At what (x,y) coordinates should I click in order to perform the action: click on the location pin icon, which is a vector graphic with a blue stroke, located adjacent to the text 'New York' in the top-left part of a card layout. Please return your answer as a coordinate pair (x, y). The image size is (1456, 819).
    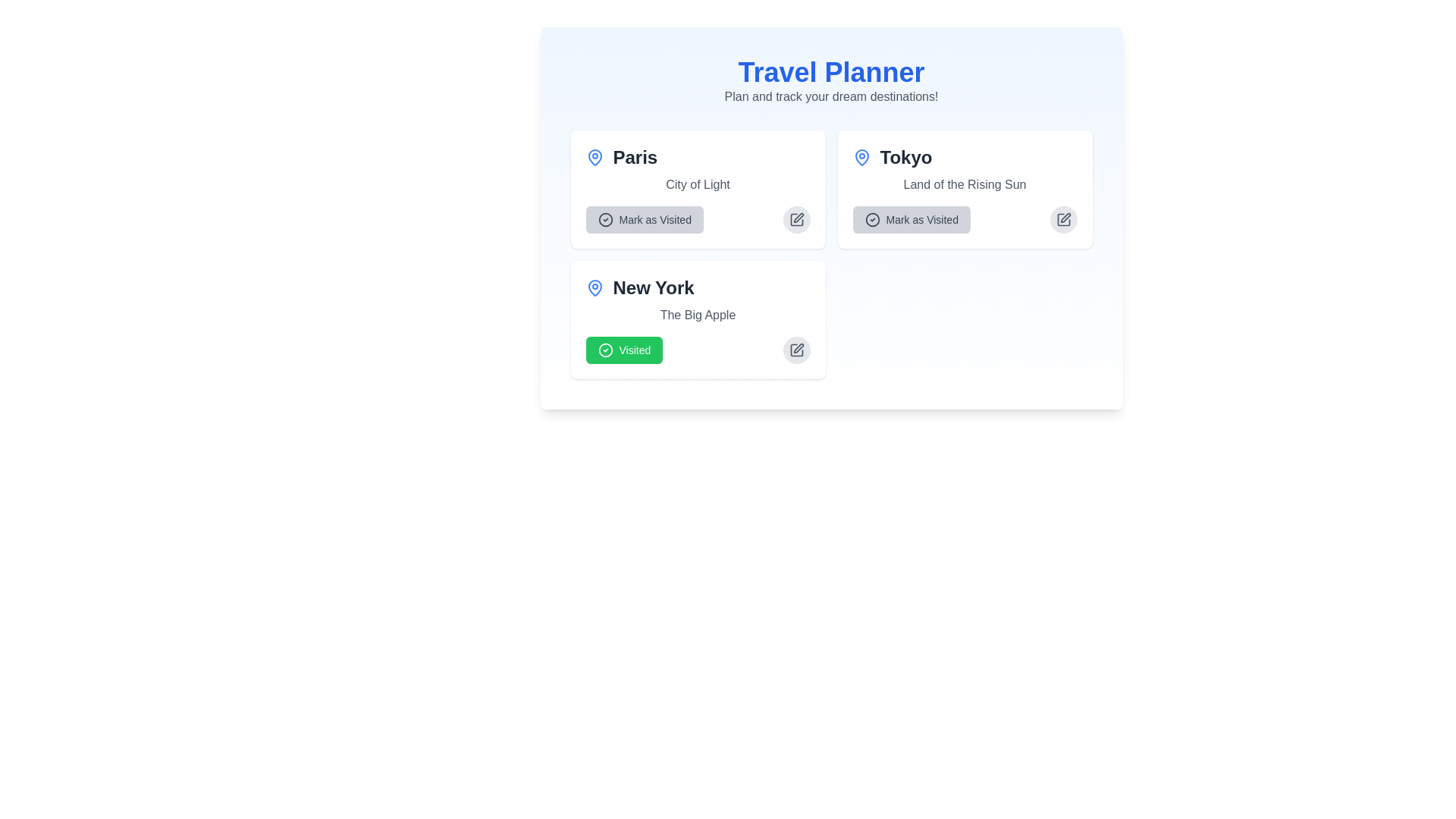
    Looking at the image, I should click on (594, 158).